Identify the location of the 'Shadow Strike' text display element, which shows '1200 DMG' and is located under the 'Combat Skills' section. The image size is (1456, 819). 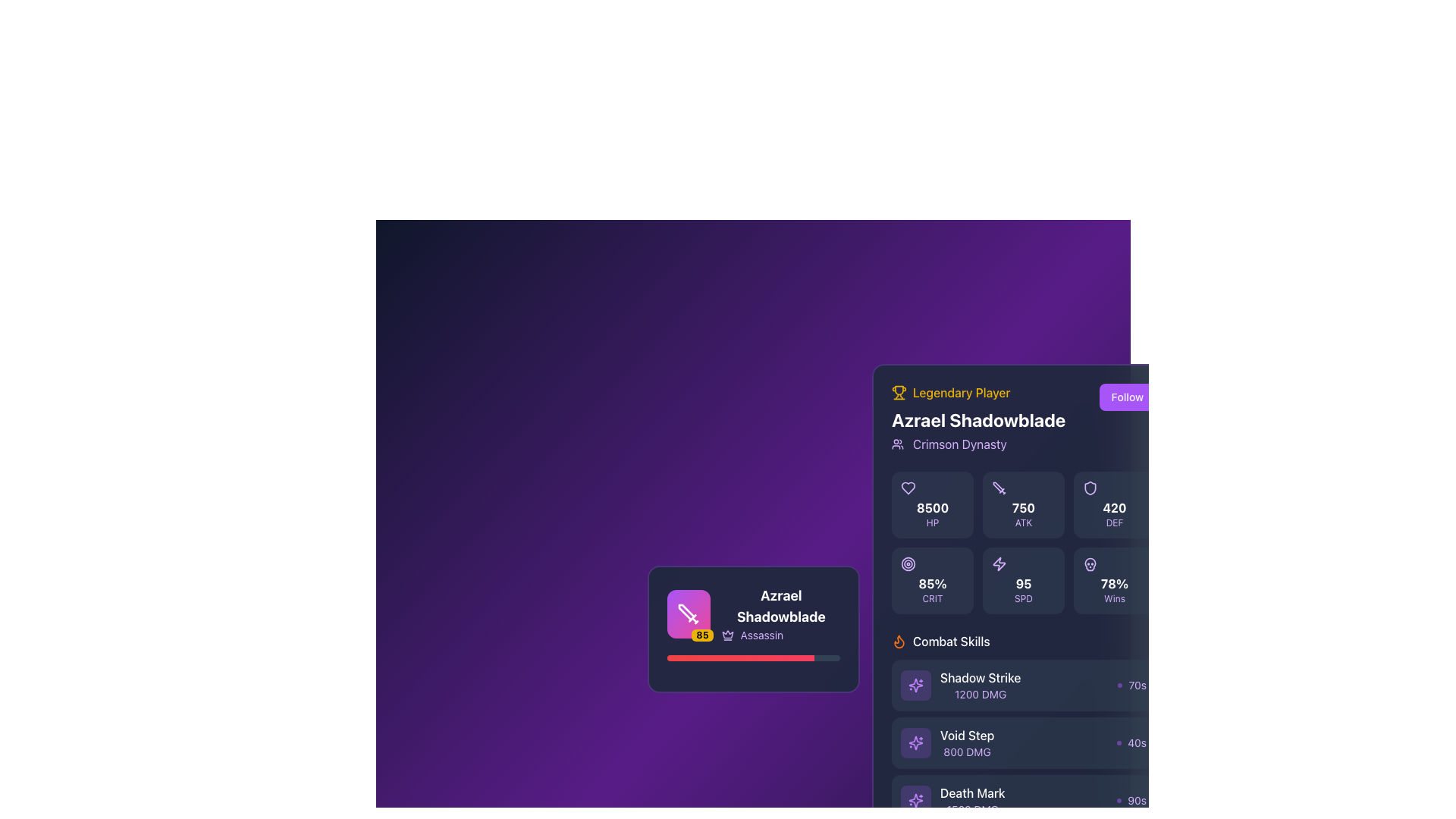
(980, 685).